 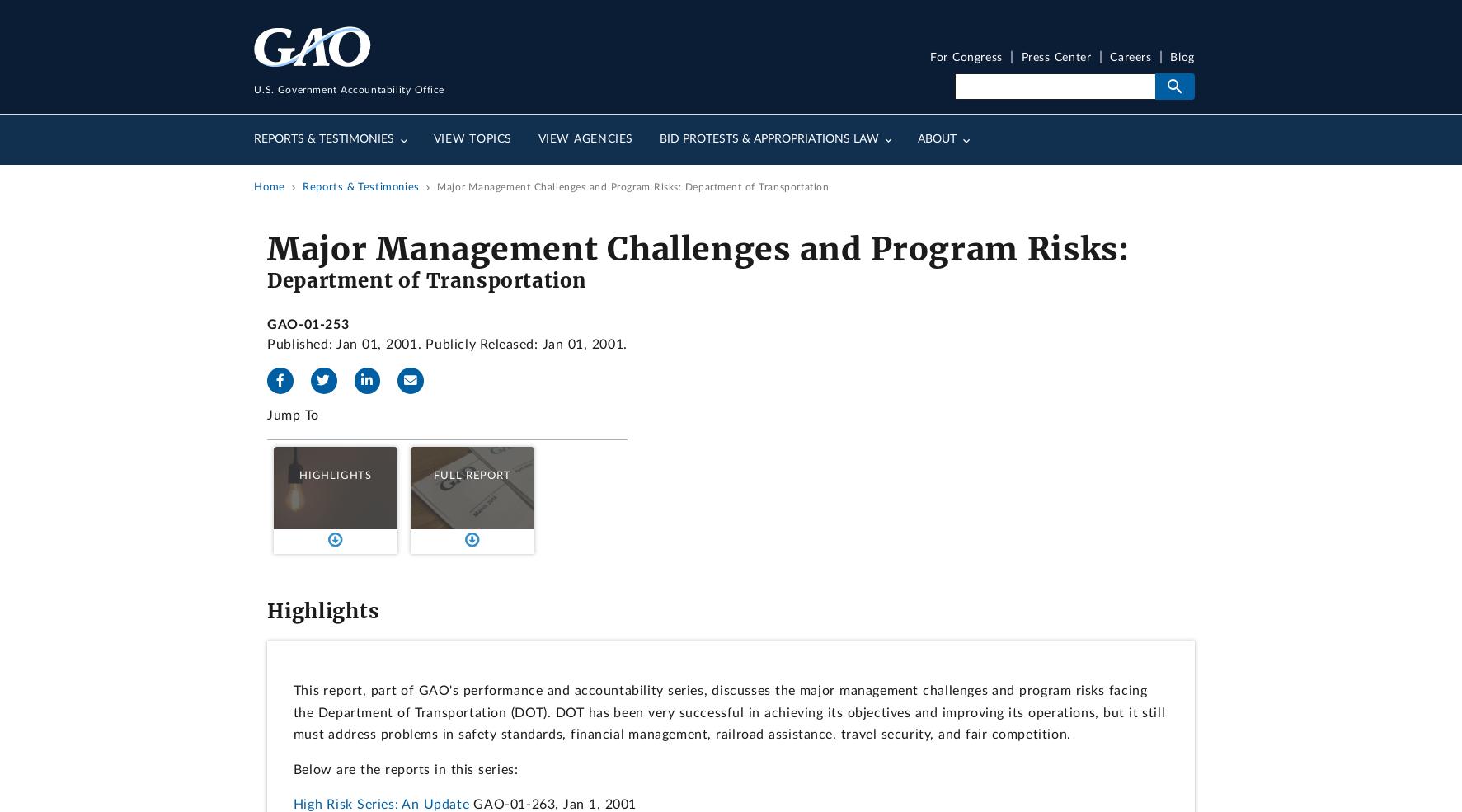 I want to click on 'Below are the reports in this series:', so click(x=404, y=768).